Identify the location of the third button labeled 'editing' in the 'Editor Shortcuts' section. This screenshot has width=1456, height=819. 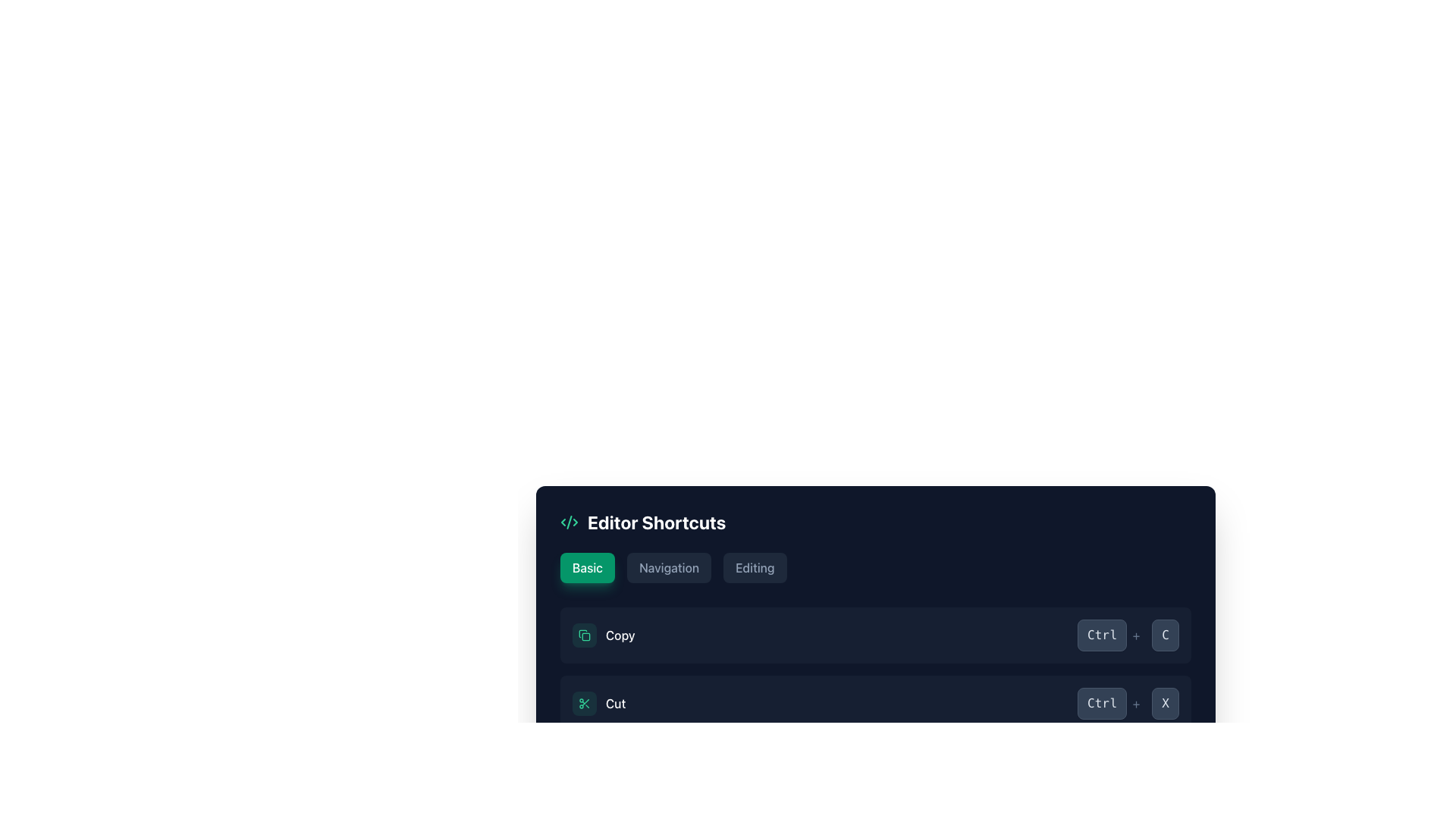
(755, 567).